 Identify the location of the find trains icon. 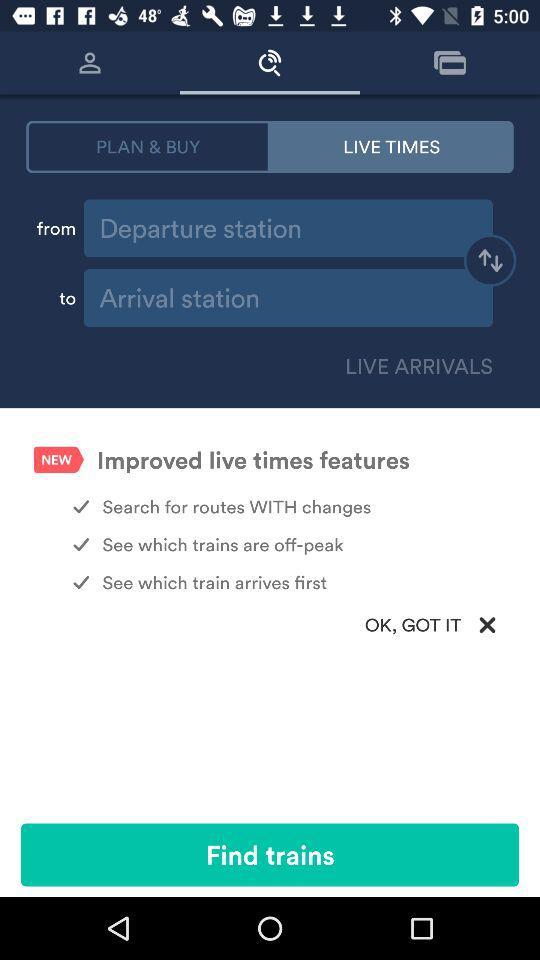
(270, 853).